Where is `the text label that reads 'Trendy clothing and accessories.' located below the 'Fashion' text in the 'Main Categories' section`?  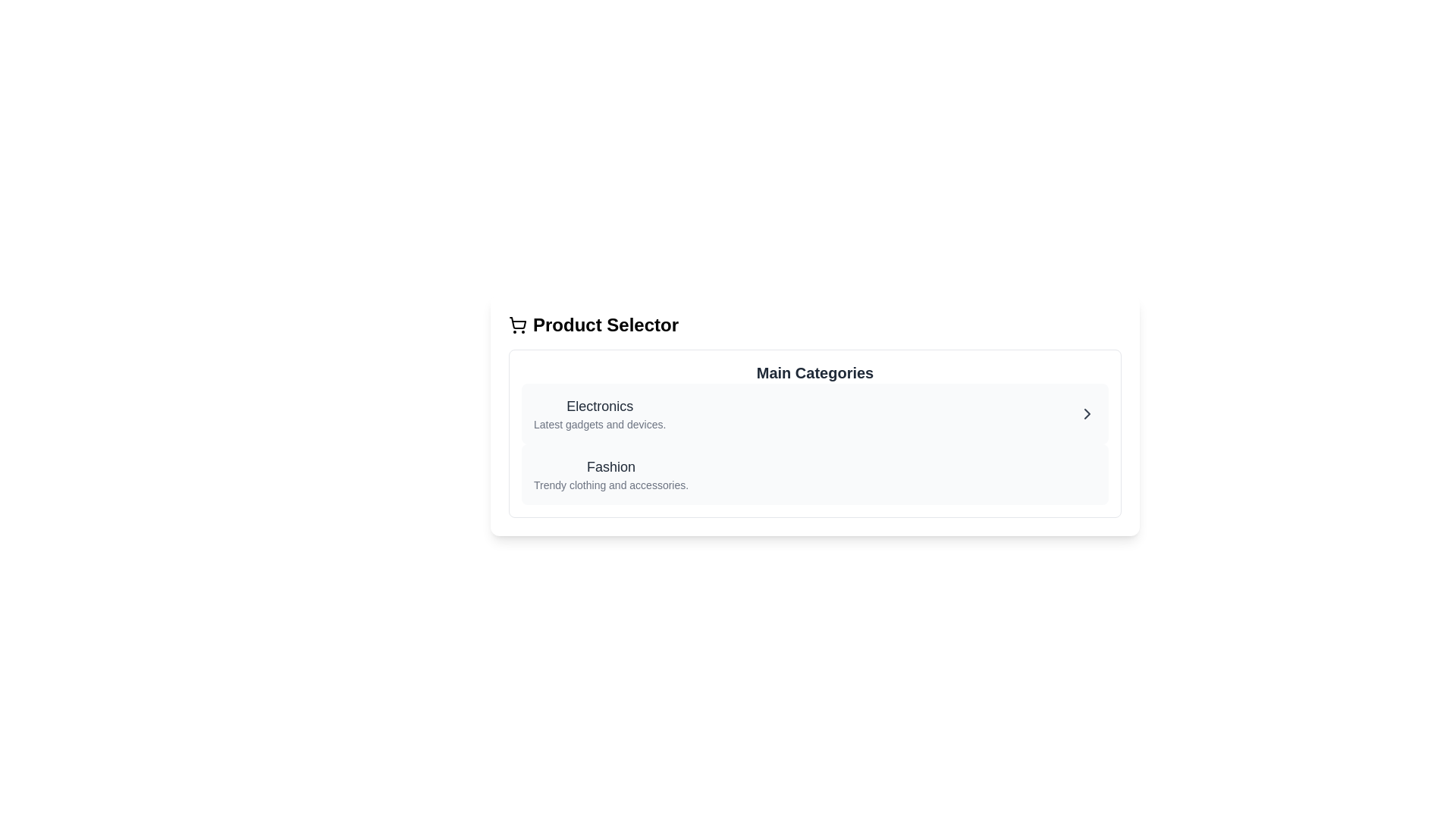
the text label that reads 'Trendy clothing and accessories.' located below the 'Fashion' text in the 'Main Categories' section is located at coordinates (611, 485).